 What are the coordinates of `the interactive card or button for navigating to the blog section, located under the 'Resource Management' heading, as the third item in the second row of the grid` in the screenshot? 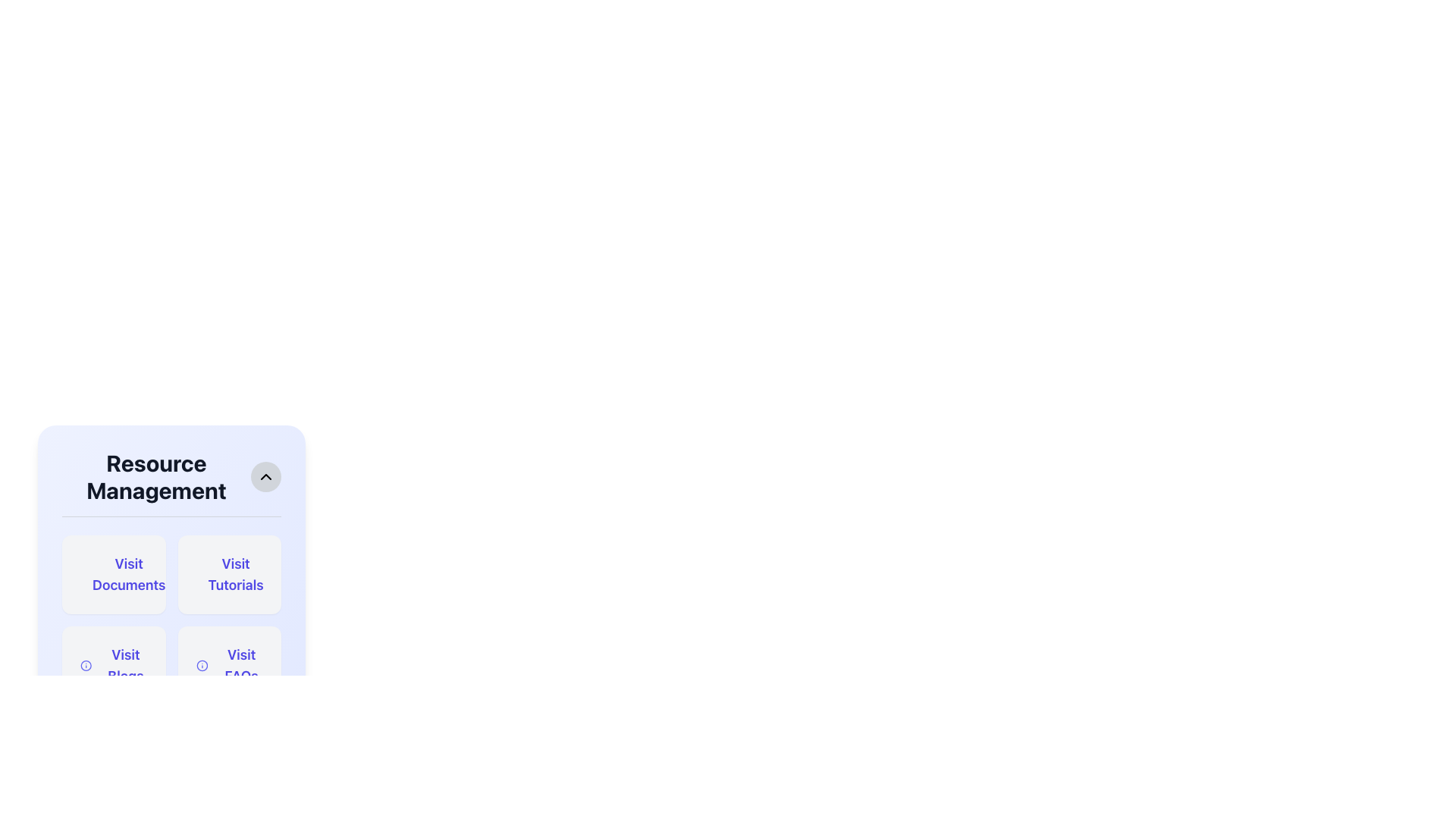 It's located at (113, 665).